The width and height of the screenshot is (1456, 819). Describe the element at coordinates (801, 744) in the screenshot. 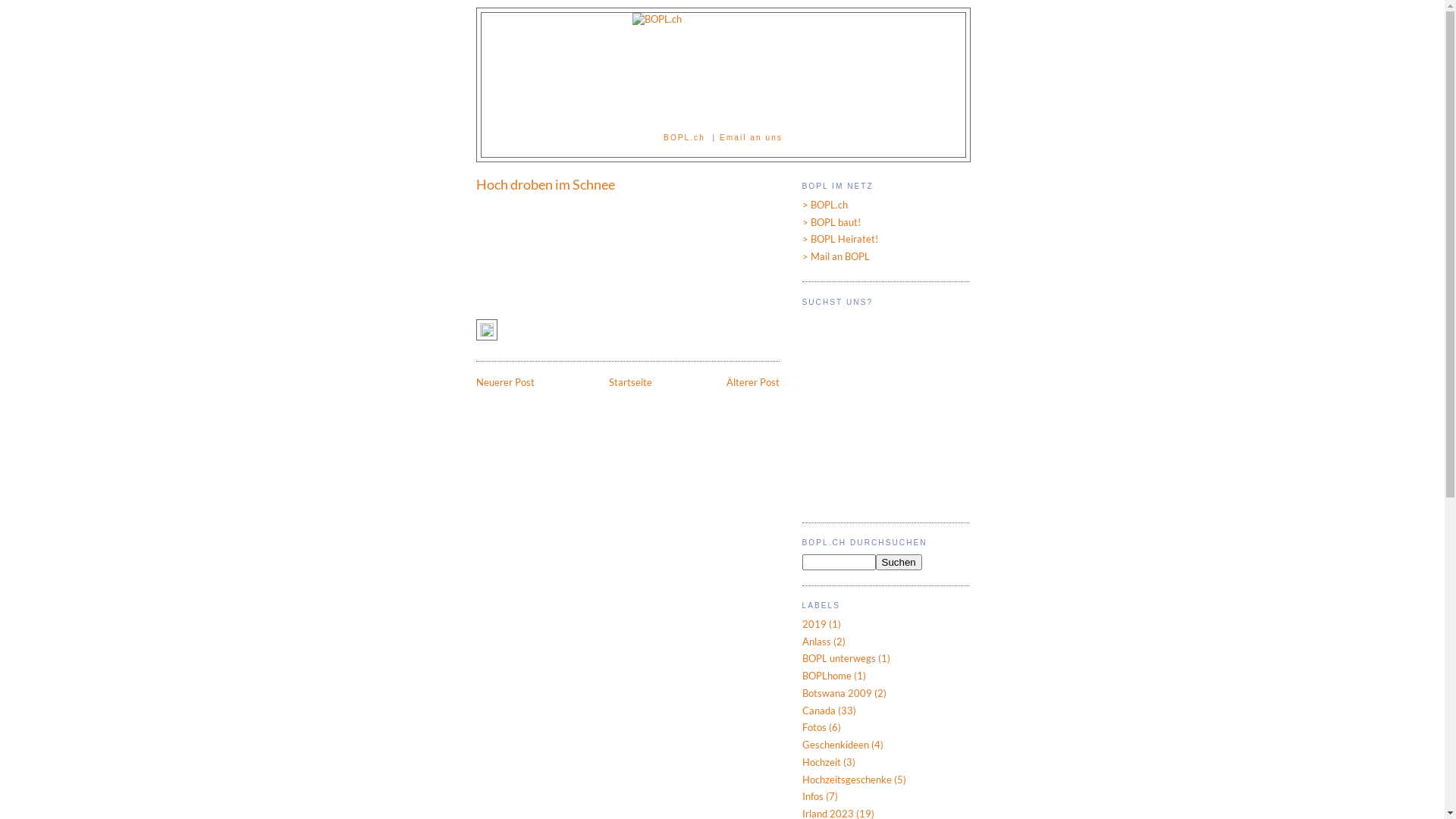

I see `'Geschenkideen'` at that location.